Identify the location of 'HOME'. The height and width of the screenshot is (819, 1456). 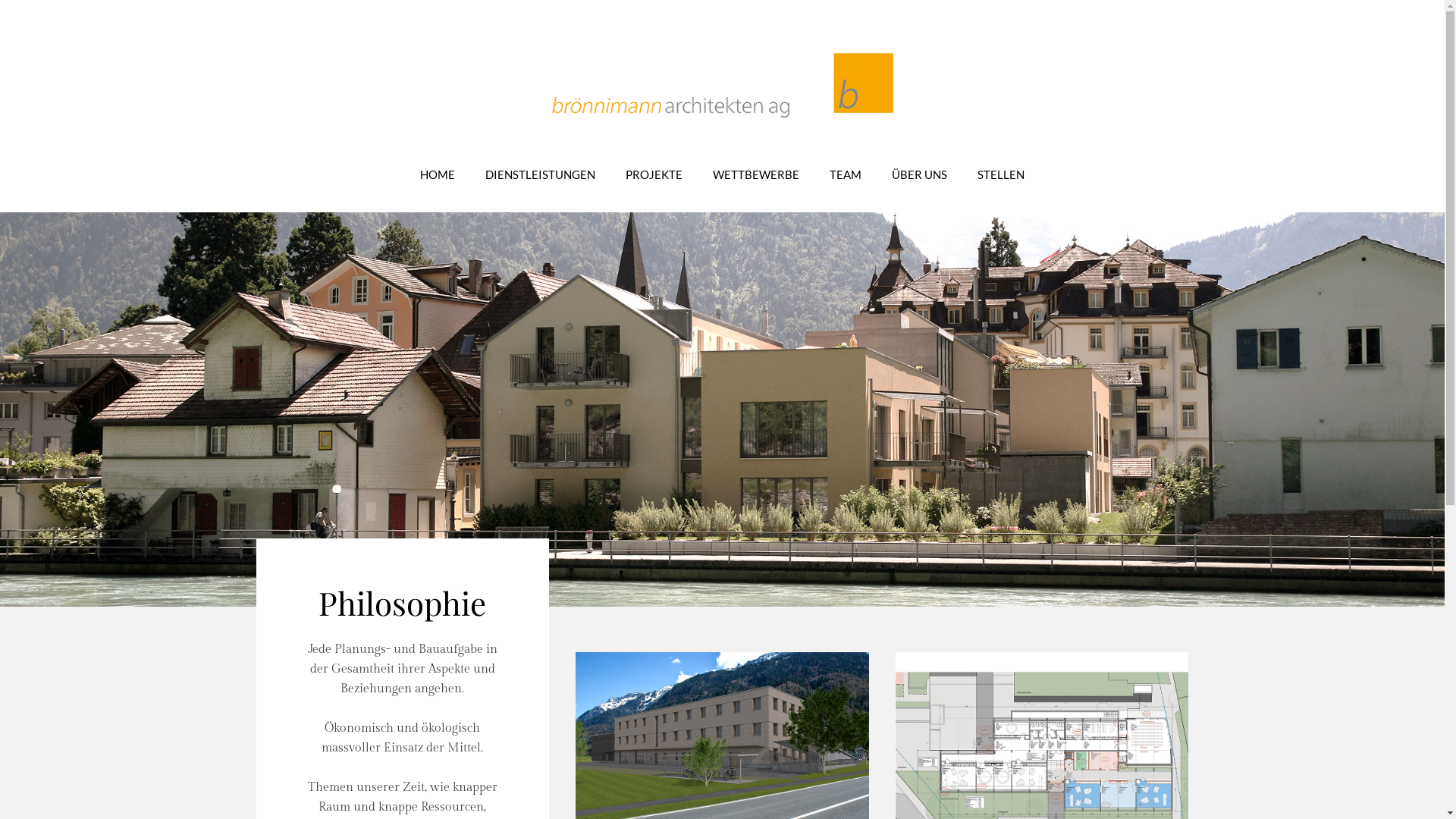
(436, 174).